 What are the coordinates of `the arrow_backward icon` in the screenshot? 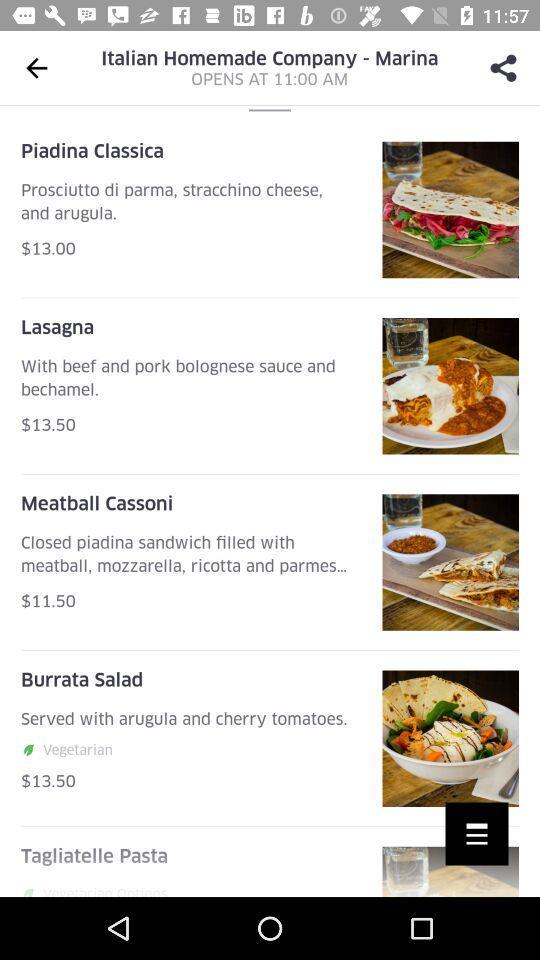 It's located at (36, 68).